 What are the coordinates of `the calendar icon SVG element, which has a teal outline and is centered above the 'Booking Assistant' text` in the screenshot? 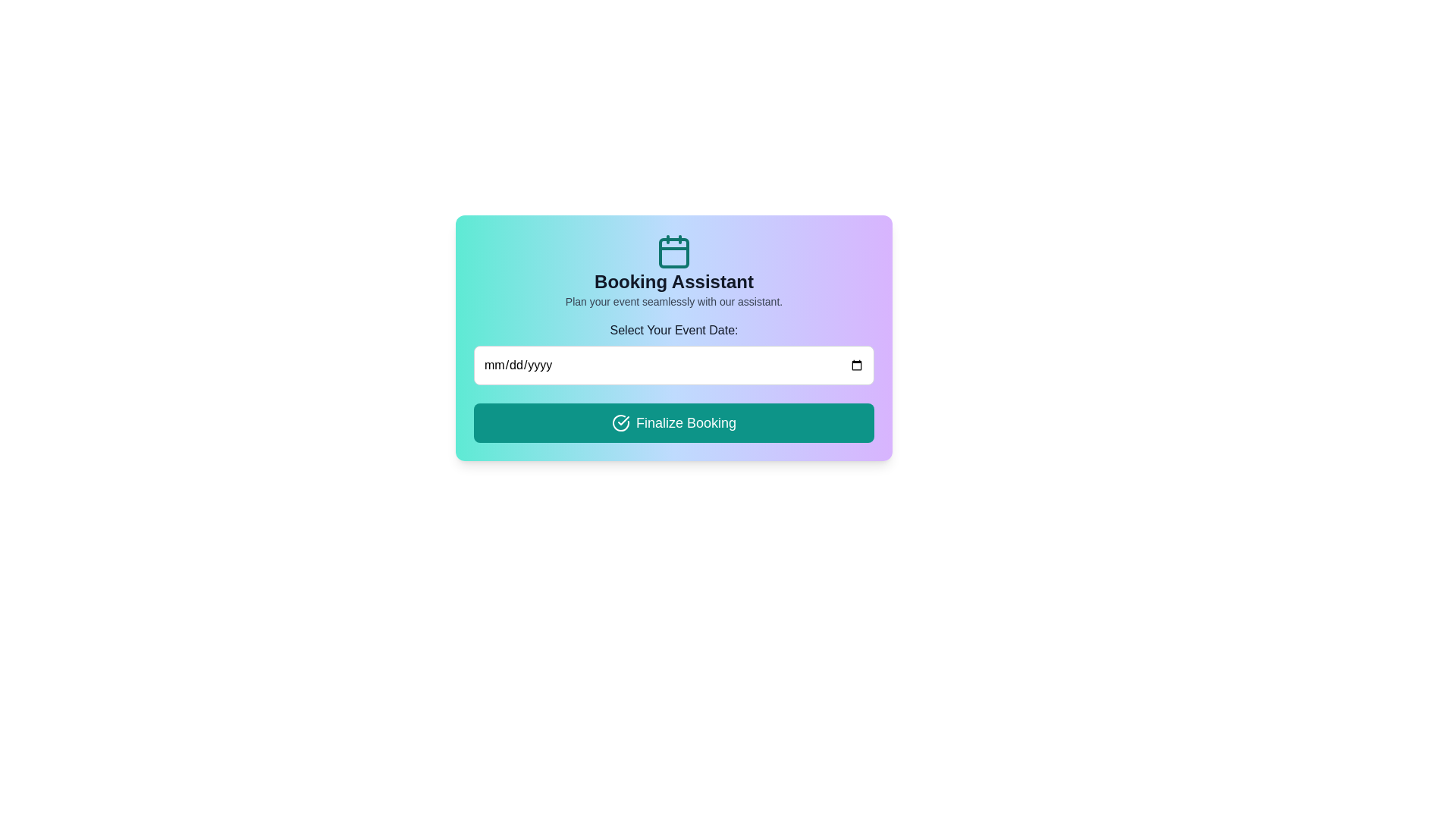 It's located at (673, 250).